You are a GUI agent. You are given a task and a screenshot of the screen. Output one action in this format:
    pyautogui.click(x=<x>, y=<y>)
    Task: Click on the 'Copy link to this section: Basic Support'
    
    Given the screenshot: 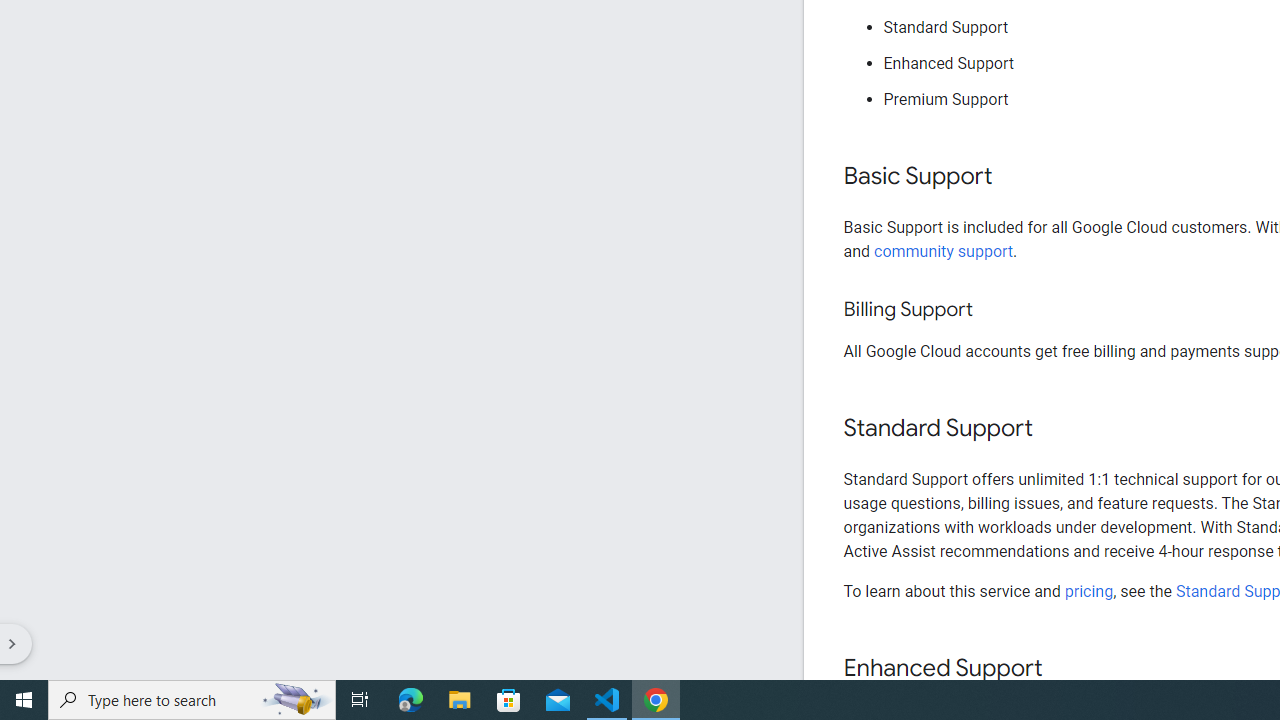 What is the action you would take?
    pyautogui.click(x=1012, y=176)
    